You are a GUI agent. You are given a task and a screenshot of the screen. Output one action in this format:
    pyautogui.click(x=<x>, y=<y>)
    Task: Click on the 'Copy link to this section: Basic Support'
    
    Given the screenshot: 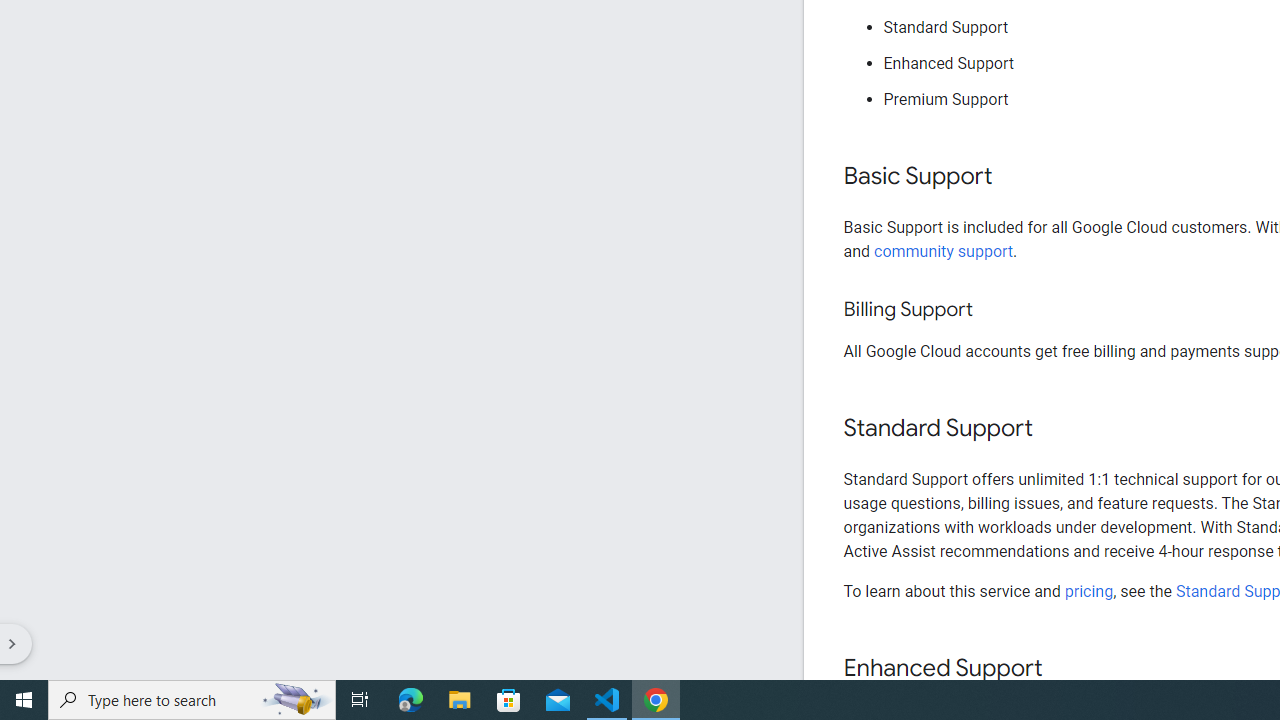 What is the action you would take?
    pyautogui.click(x=1012, y=176)
    